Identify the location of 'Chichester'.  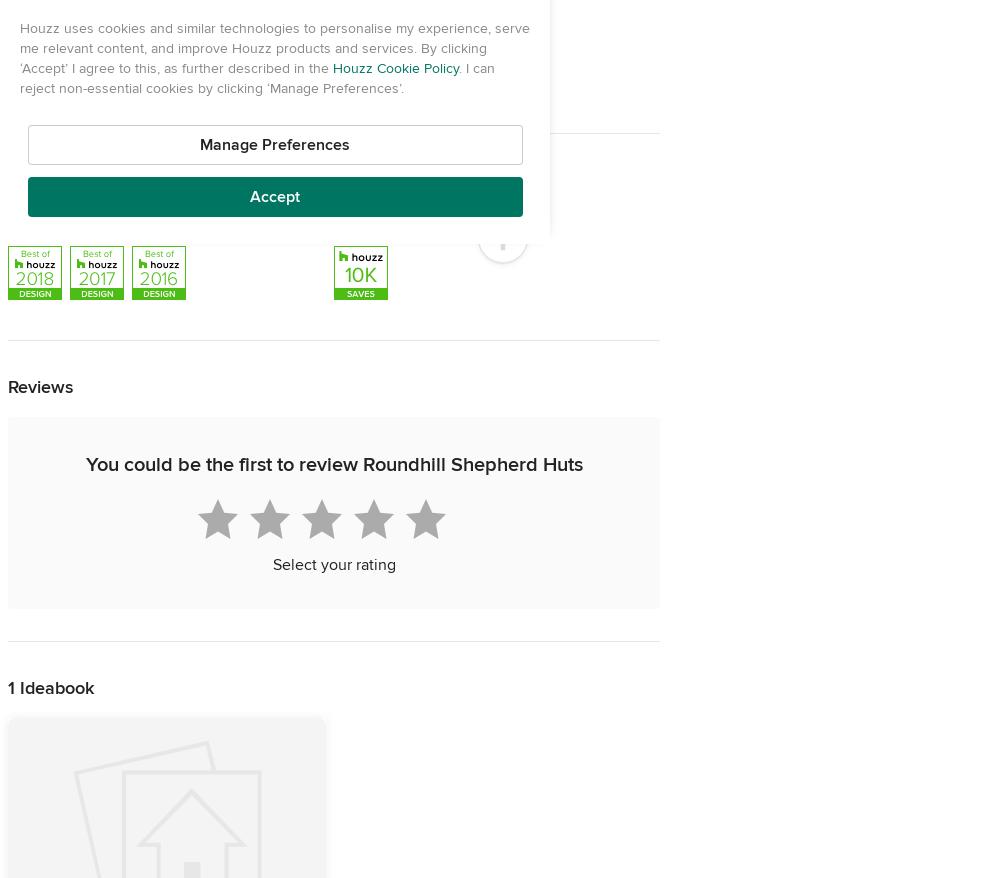
(8, 69).